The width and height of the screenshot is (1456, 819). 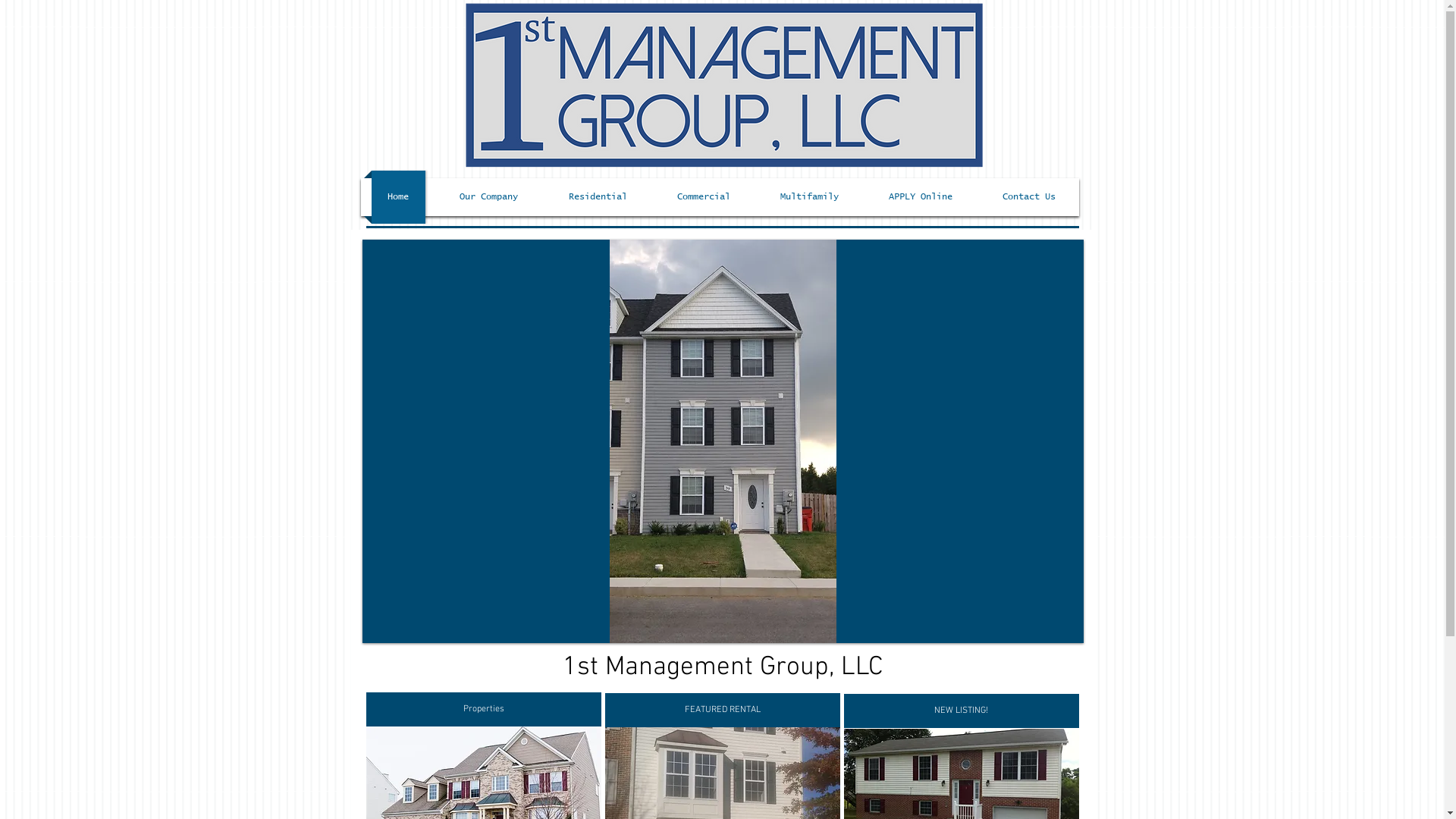 I want to click on 'Commercial', so click(x=702, y=196).